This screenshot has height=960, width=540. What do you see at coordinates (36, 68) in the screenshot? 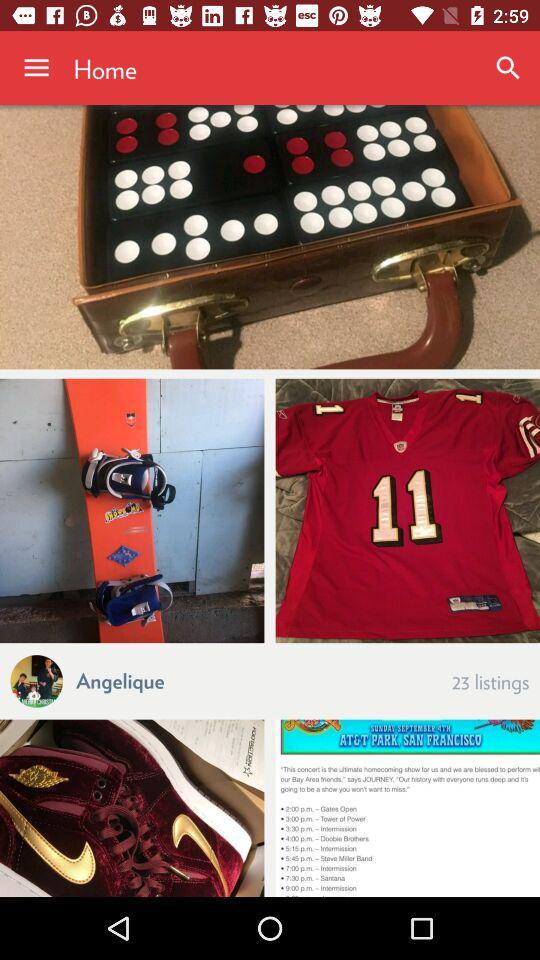
I see `item to the left of the home item` at bounding box center [36, 68].